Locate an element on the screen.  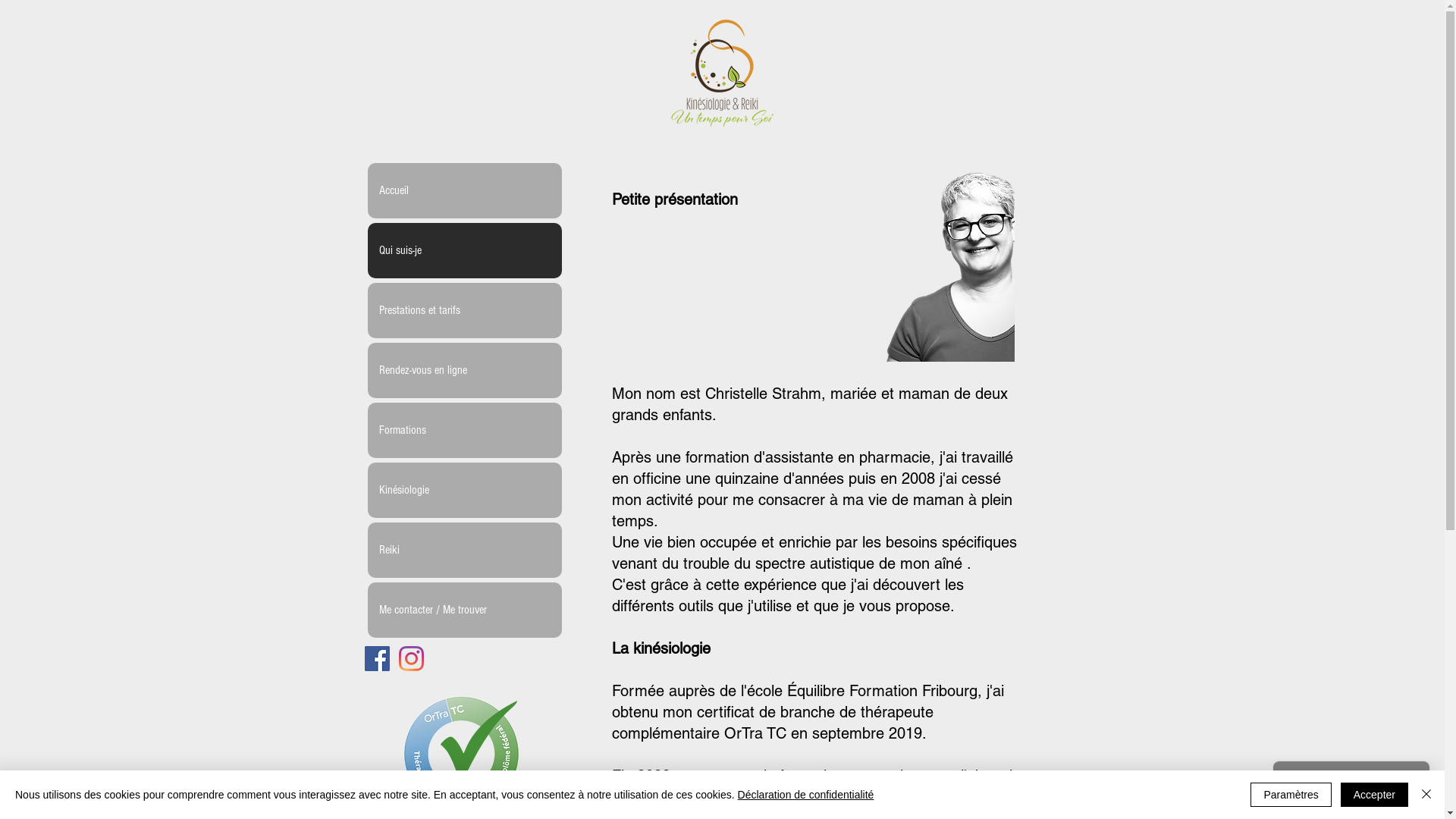
'Qui suis-je' is located at coordinates (367, 249).